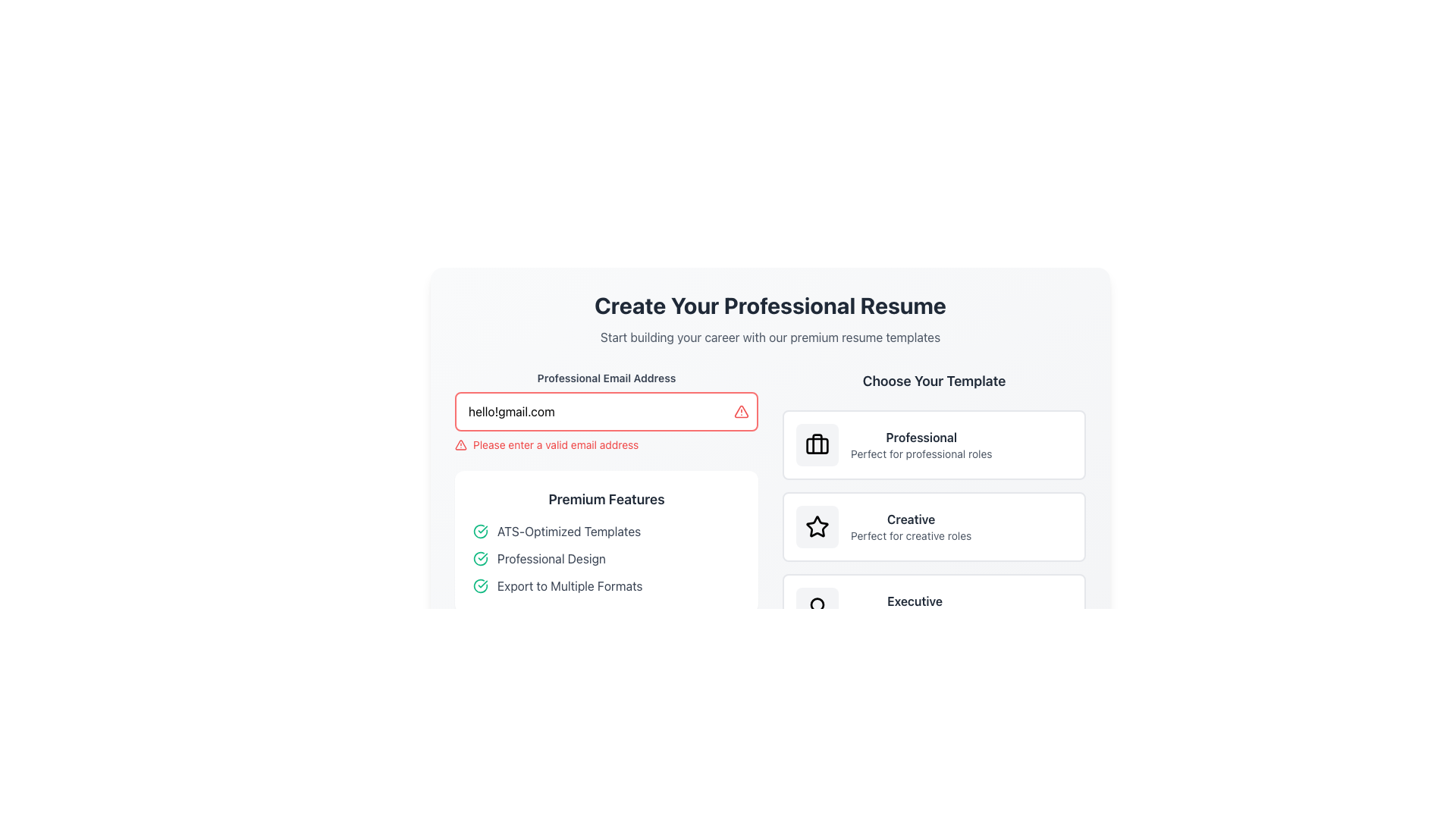 This screenshot has height=819, width=1456. What do you see at coordinates (770, 318) in the screenshot?
I see `the text section displaying 'Create Your Professional Resume' and its subtext, which is centered at the top of the page and visually distinct with a white background` at bounding box center [770, 318].